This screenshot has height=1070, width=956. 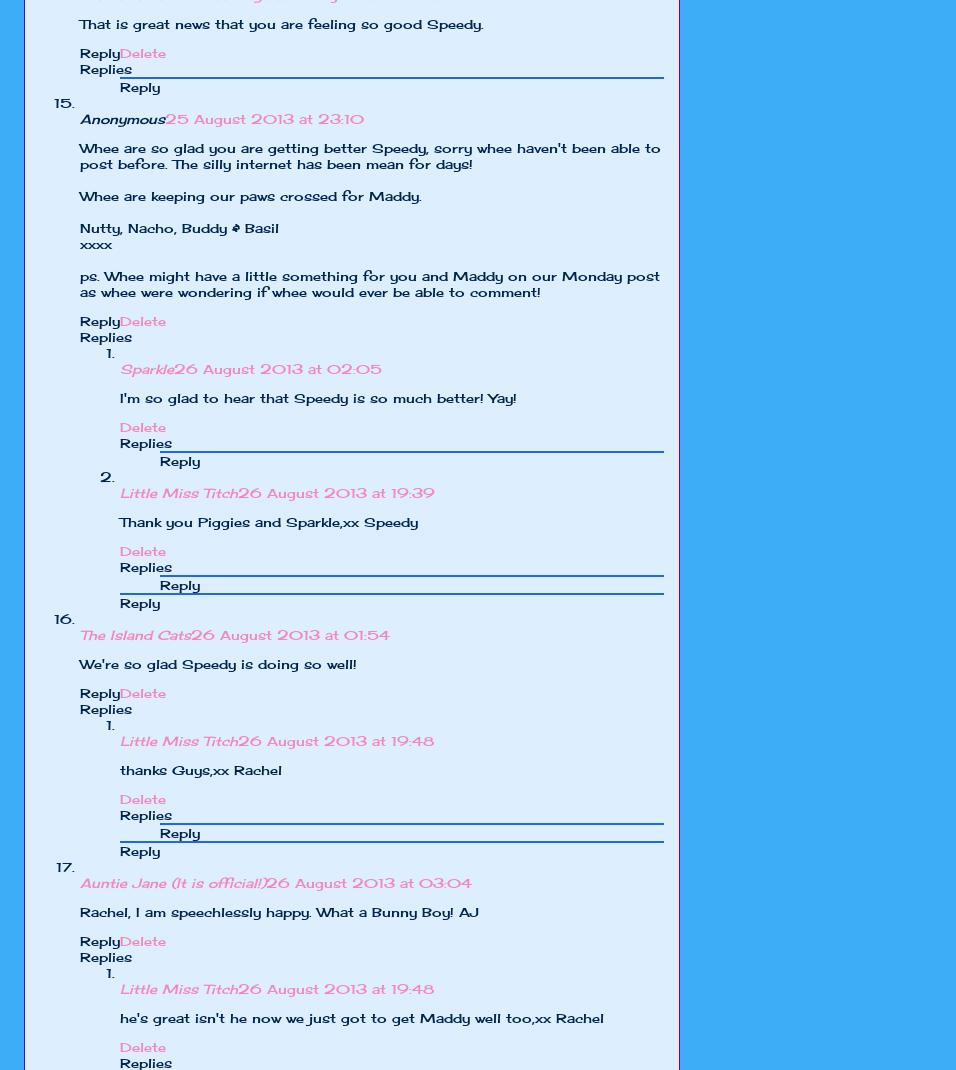 What do you see at coordinates (173, 882) in the screenshot?
I see `'Auntie Jane (It is official!)'` at bounding box center [173, 882].